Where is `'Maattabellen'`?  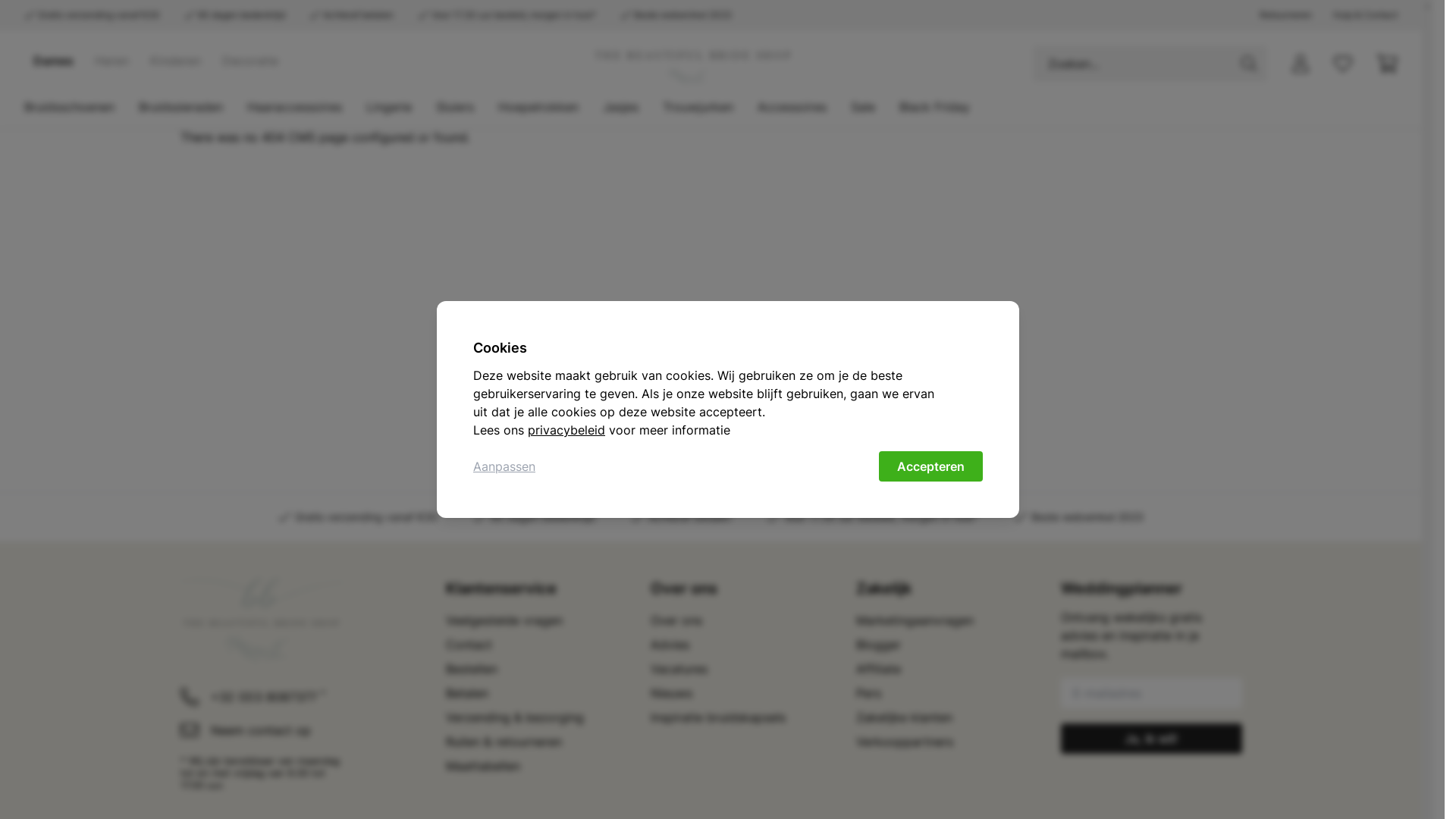 'Maattabellen' is located at coordinates (482, 766).